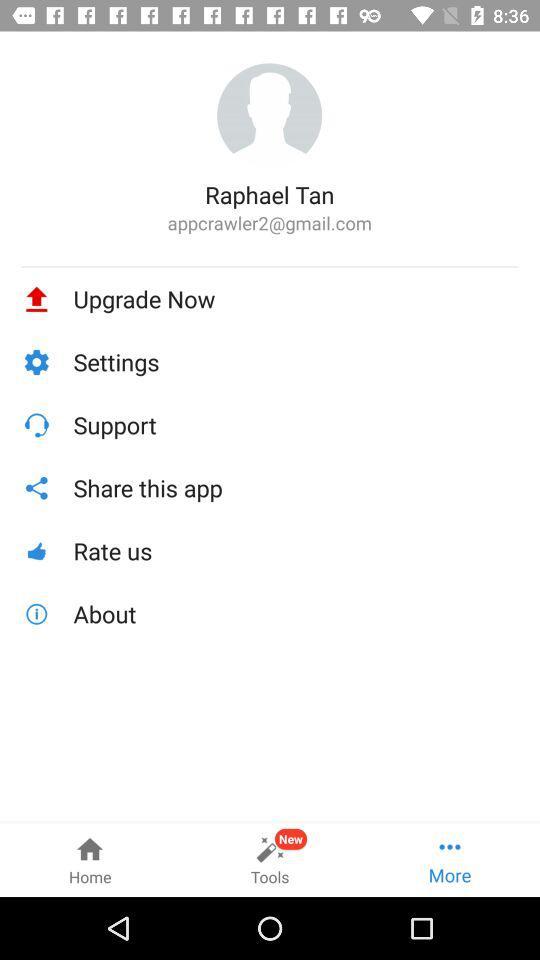  What do you see at coordinates (269, 194) in the screenshot?
I see `raphael tan icon` at bounding box center [269, 194].